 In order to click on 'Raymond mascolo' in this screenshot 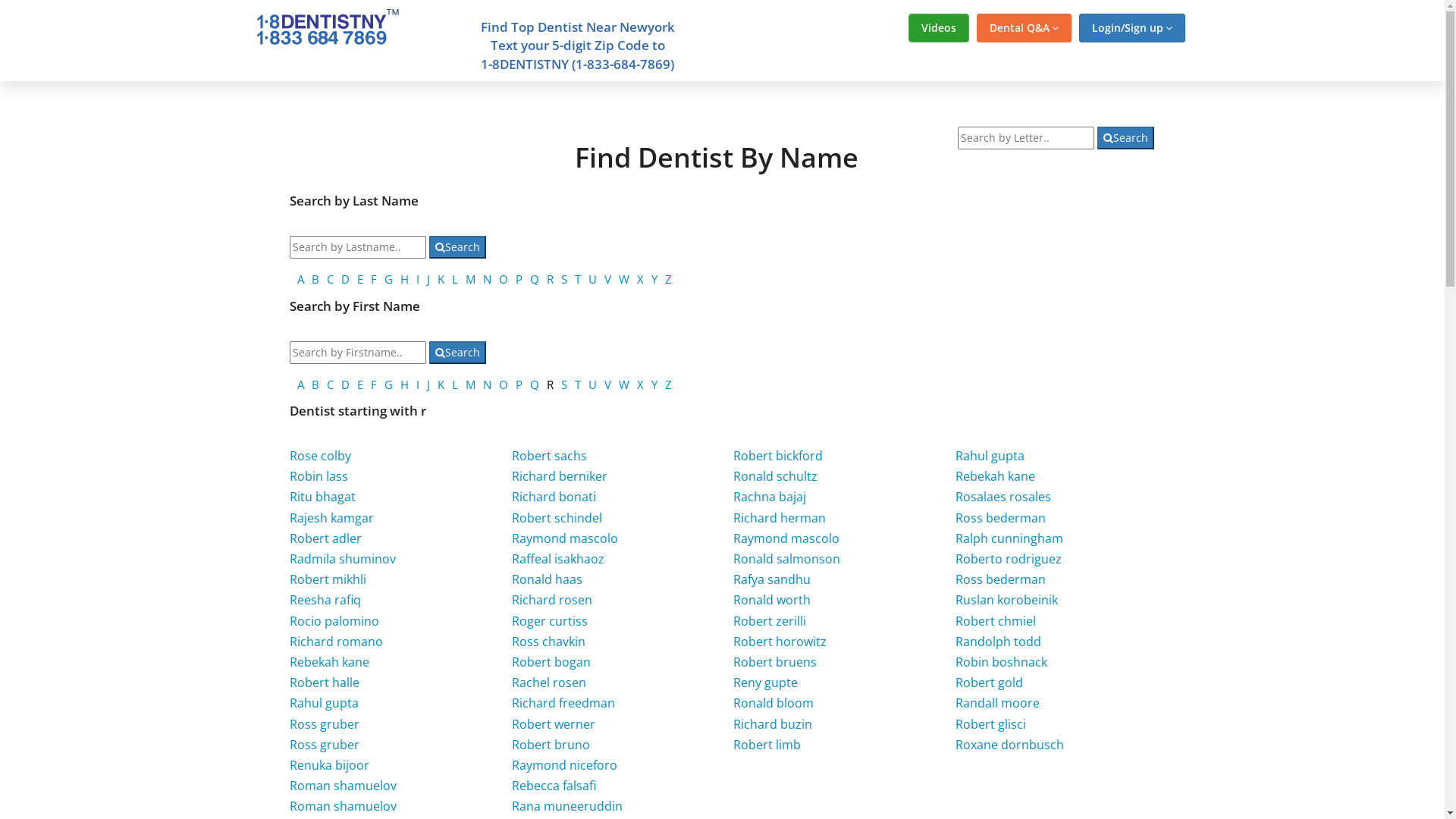, I will do `click(786, 537)`.